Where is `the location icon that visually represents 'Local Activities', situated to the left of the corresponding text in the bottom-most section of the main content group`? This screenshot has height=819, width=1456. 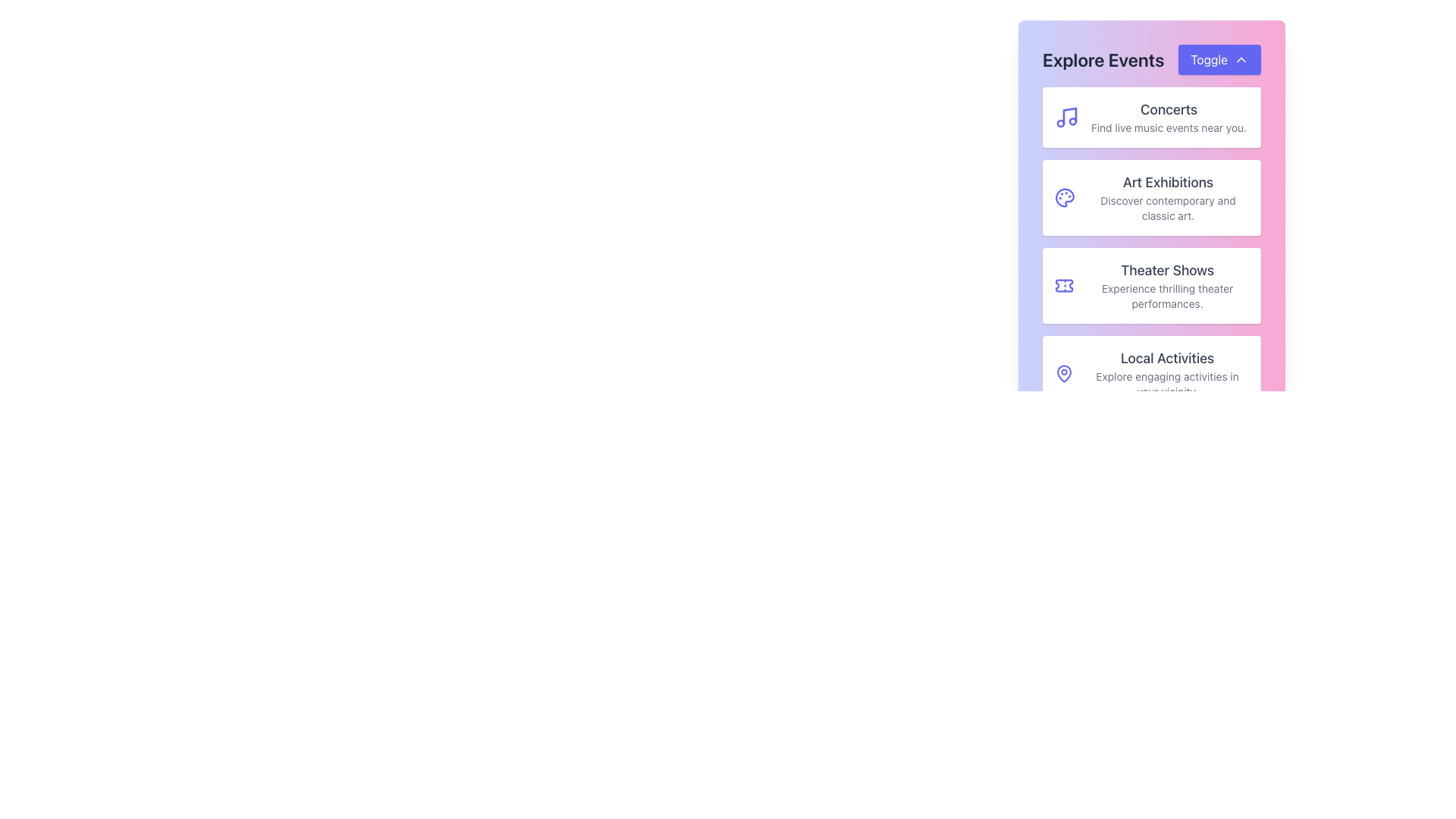 the location icon that visually represents 'Local Activities', situated to the left of the corresponding text in the bottom-most section of the main content group is located at coordinates (1063, 374).